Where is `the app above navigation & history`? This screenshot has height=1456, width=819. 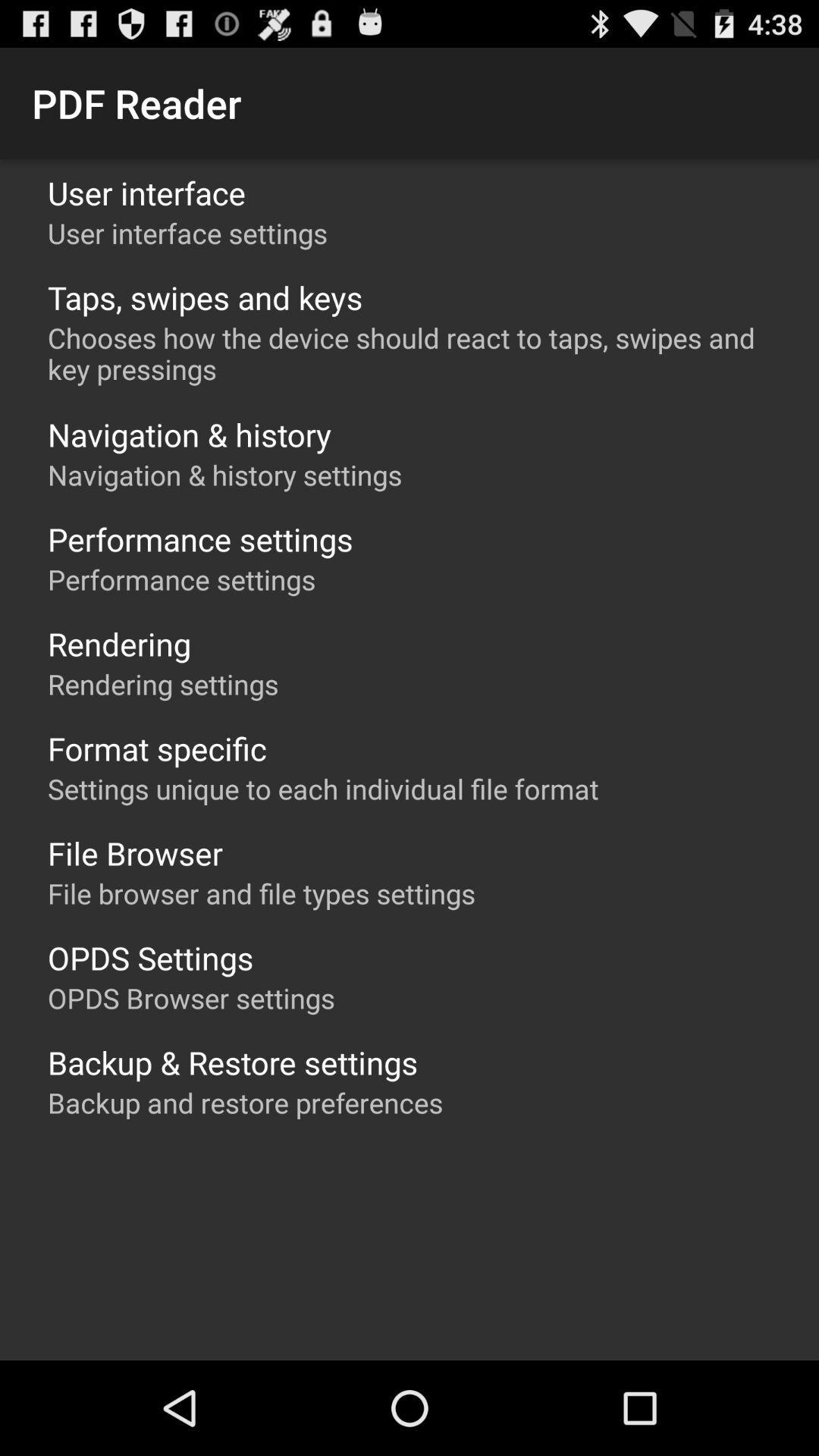 the app above navigation & history is located at coordinates (417, 353).